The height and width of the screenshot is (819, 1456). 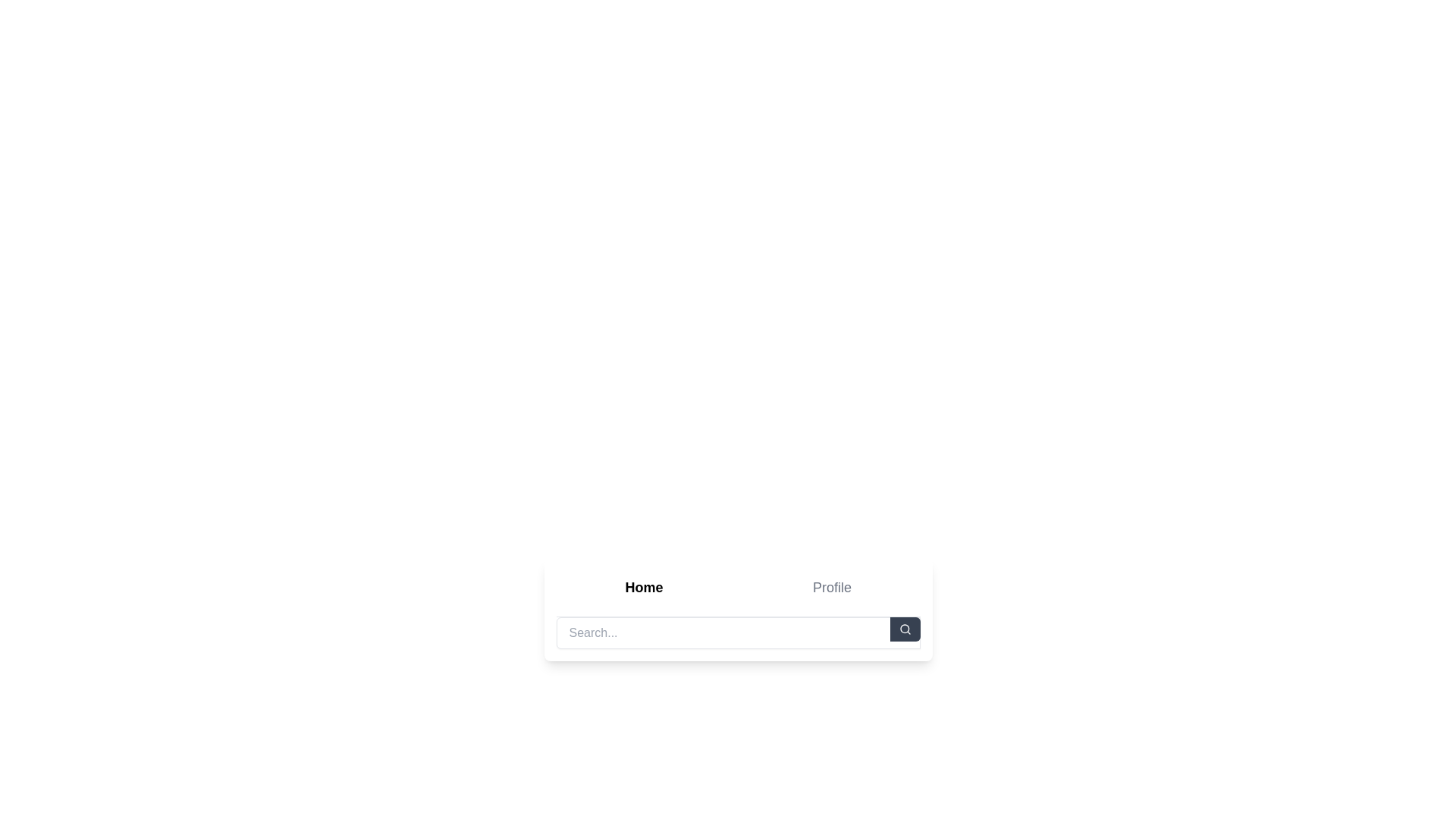 I want to click on the Tab selection area that allows toggling between Home and Profile views, so click(x=738, y=593).